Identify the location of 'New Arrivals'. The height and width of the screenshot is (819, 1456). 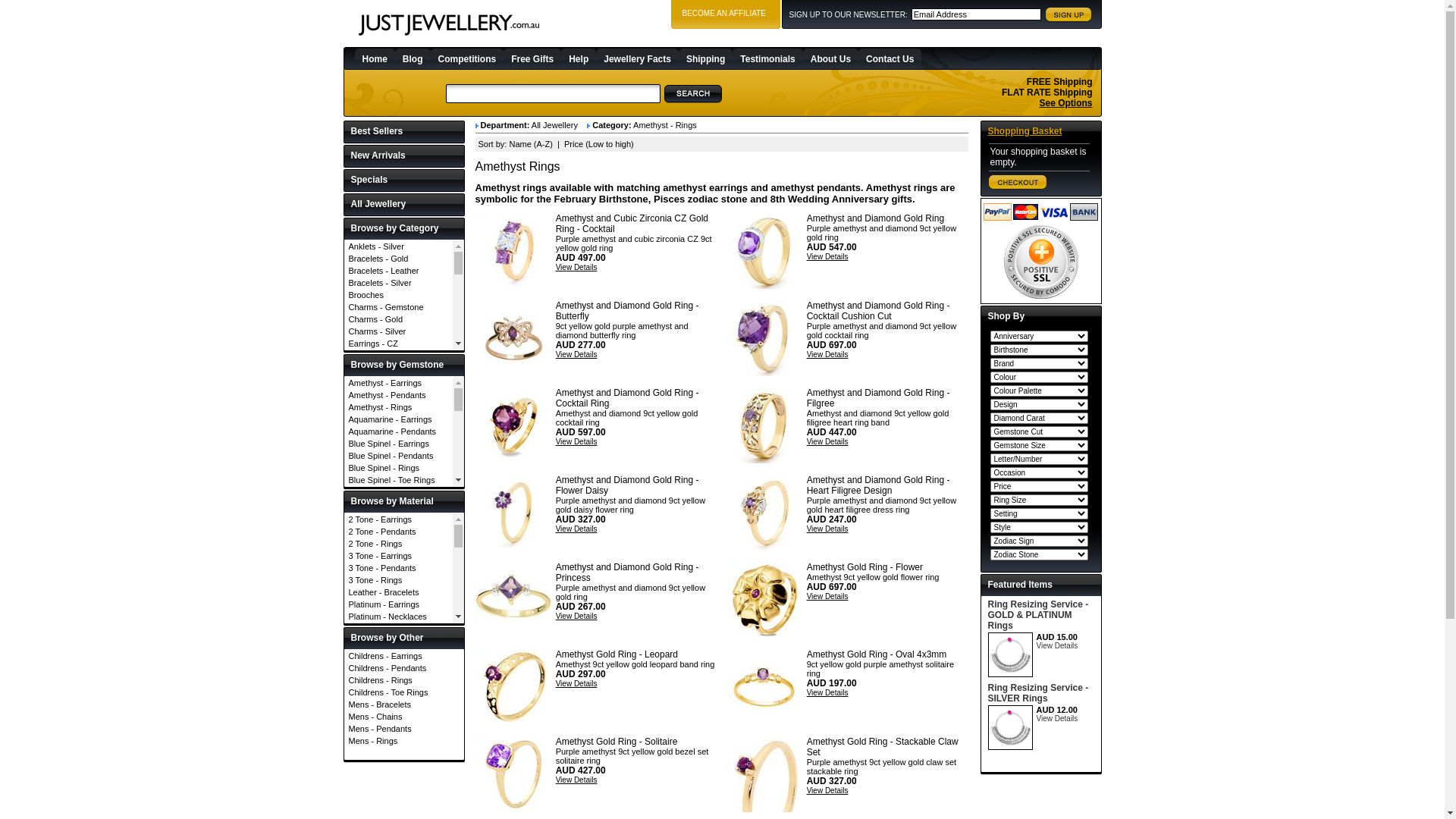
(403, 156).